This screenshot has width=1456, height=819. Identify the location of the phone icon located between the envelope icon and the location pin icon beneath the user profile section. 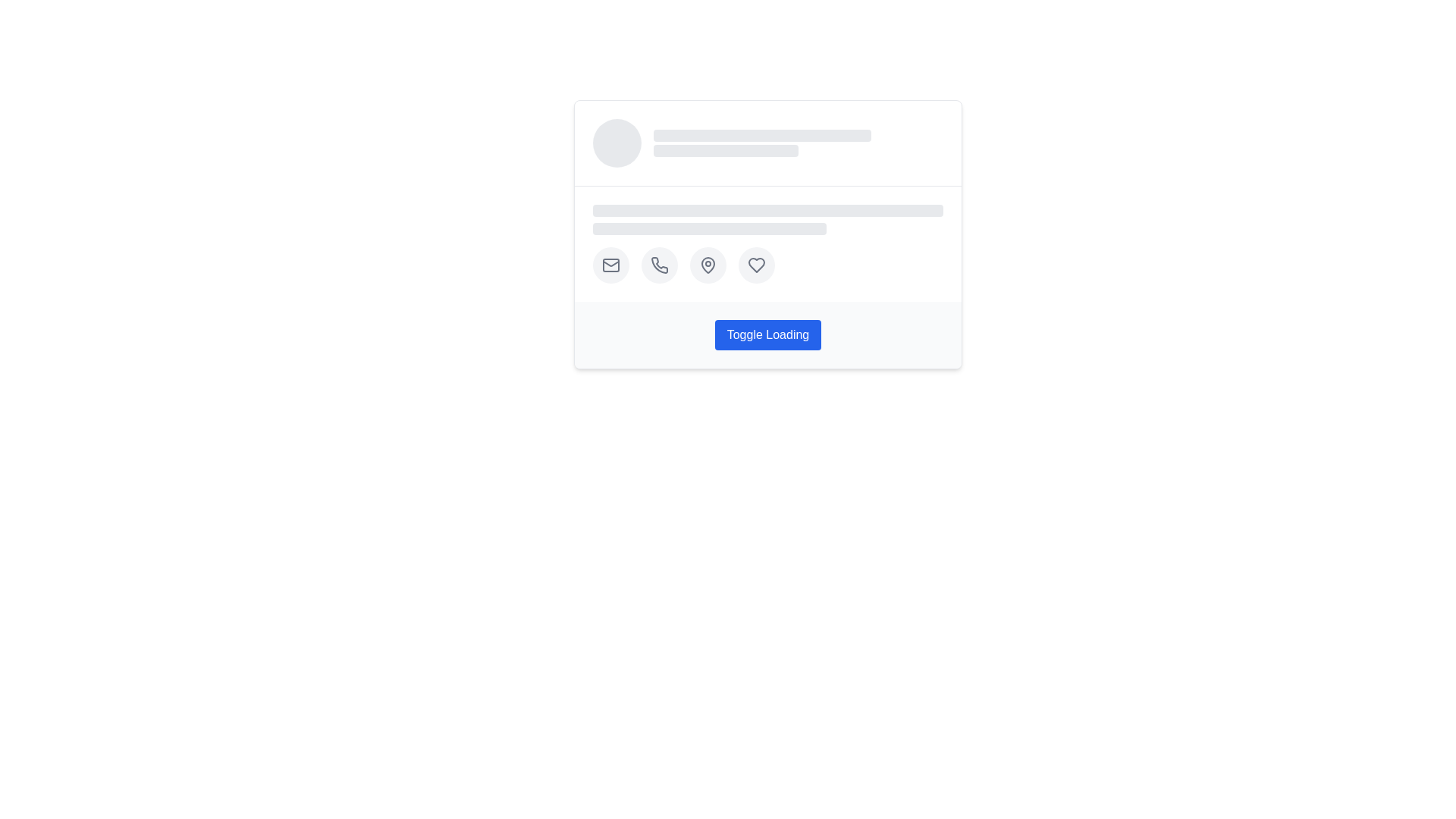
(659, 263).